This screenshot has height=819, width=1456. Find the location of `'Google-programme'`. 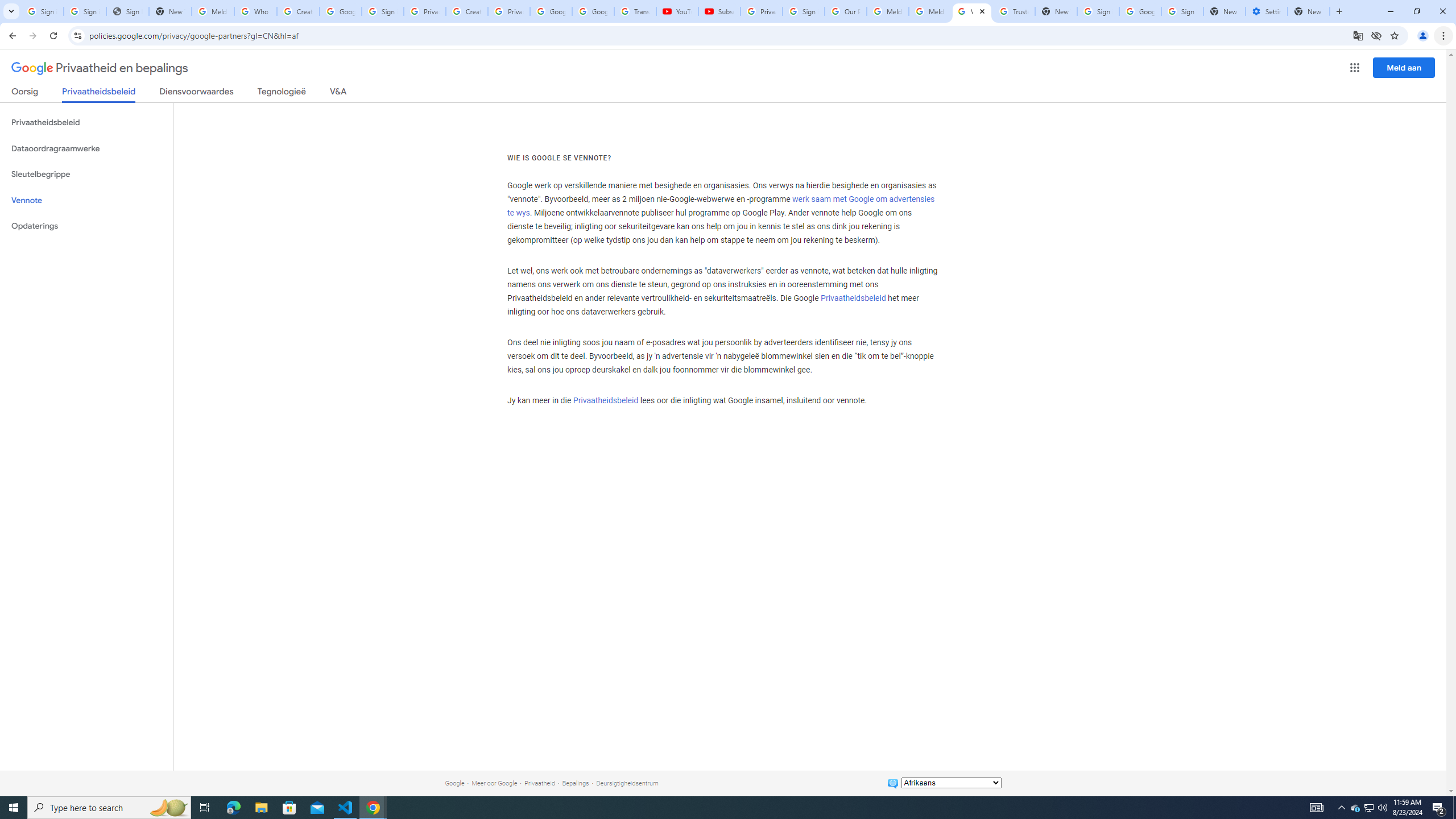

'Google-programme' is located at coordinates (1355, 67).